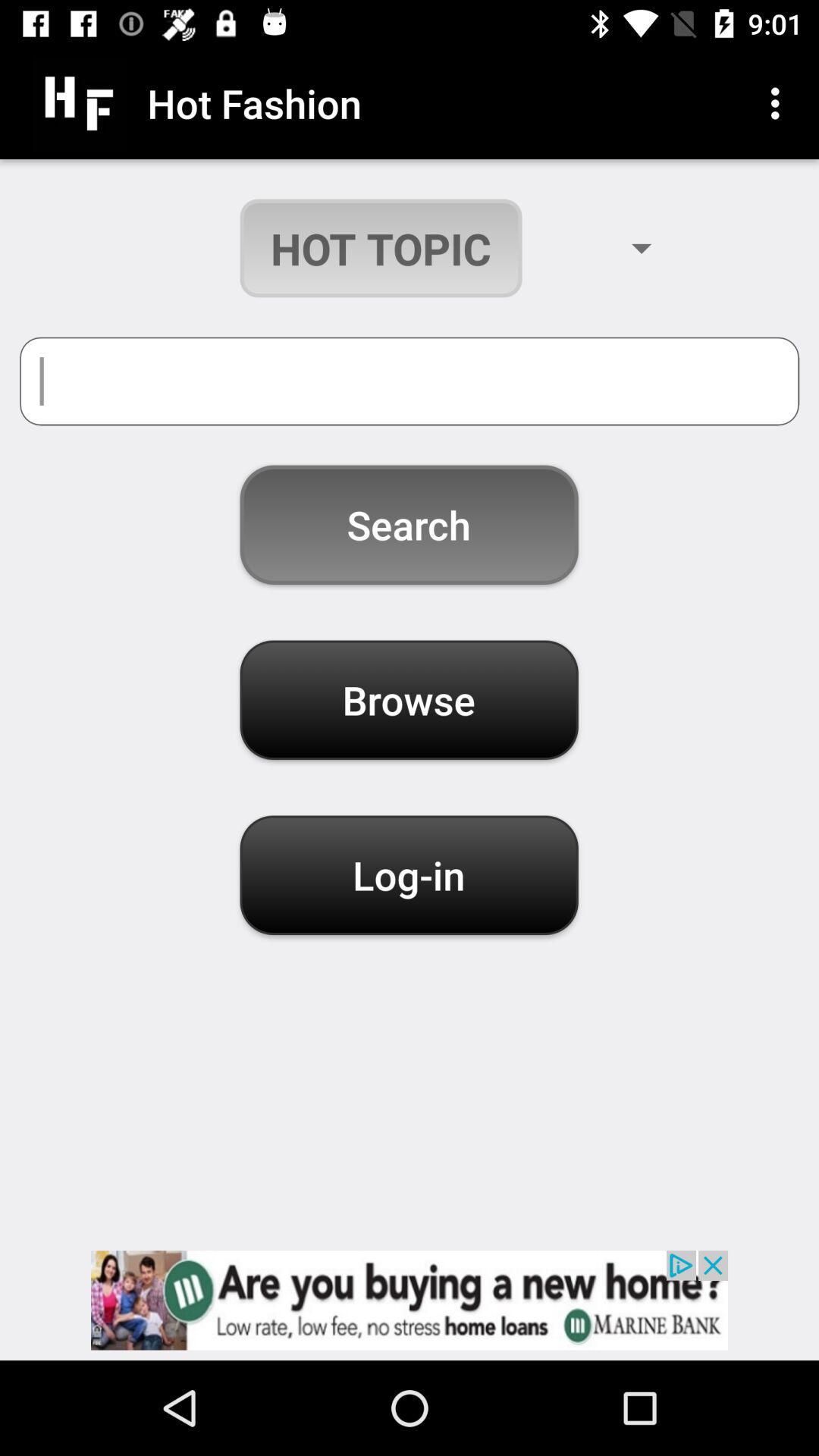 This screenshot has height=1456, width=819. I want to click on open the advertisement link, so click(409, 1299).